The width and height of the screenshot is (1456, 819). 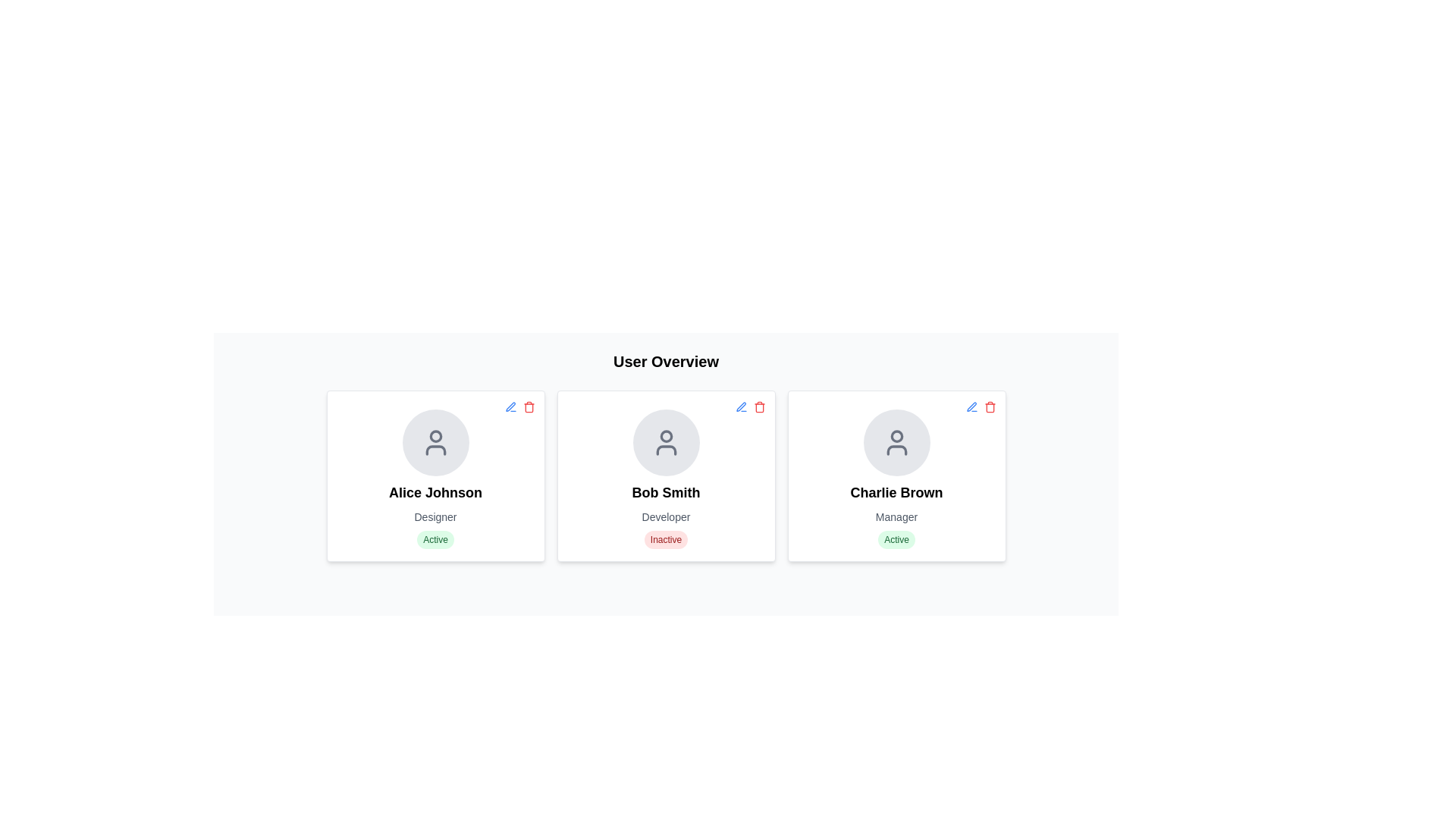 I want to click on text details of the user information card positioned centrally in the user management interface, which displays the user's name, role, and status, so click(x=666, y=475).